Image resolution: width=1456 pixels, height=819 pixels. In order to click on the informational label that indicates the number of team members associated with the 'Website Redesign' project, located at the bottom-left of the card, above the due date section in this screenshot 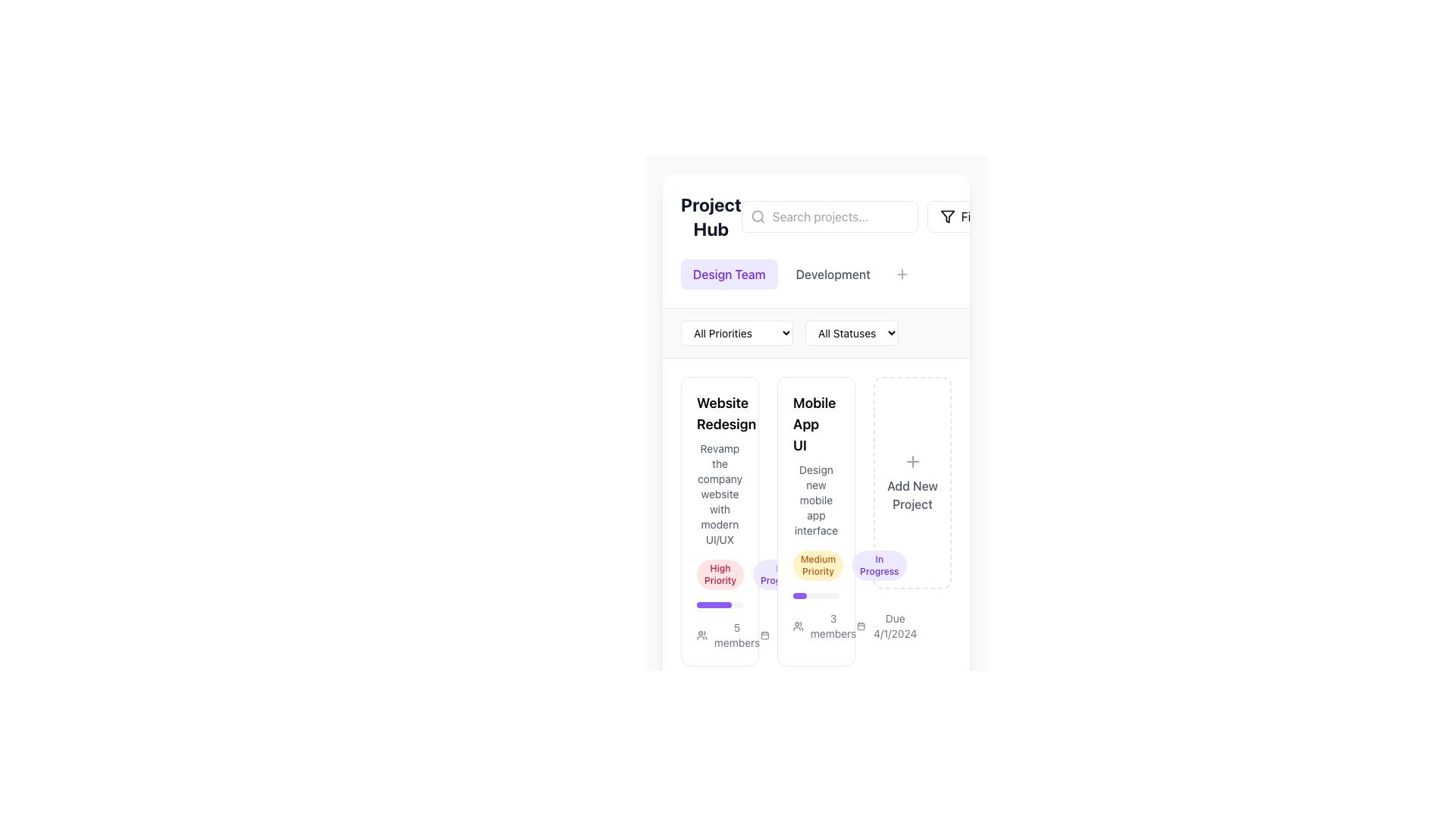, I will do `click(719, 635)`.